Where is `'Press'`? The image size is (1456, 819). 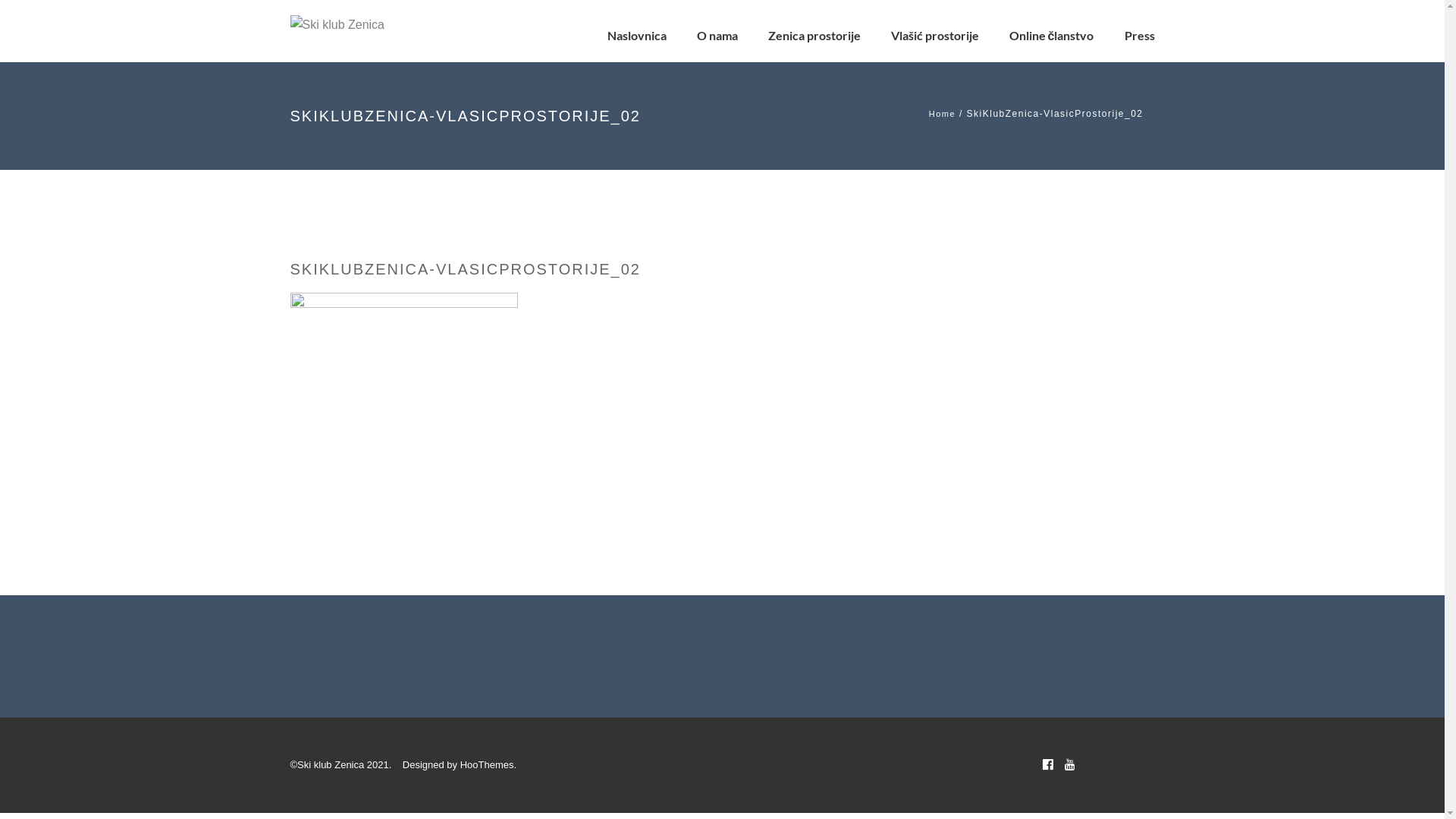 'Press' is located at coordinates (1139, 34).